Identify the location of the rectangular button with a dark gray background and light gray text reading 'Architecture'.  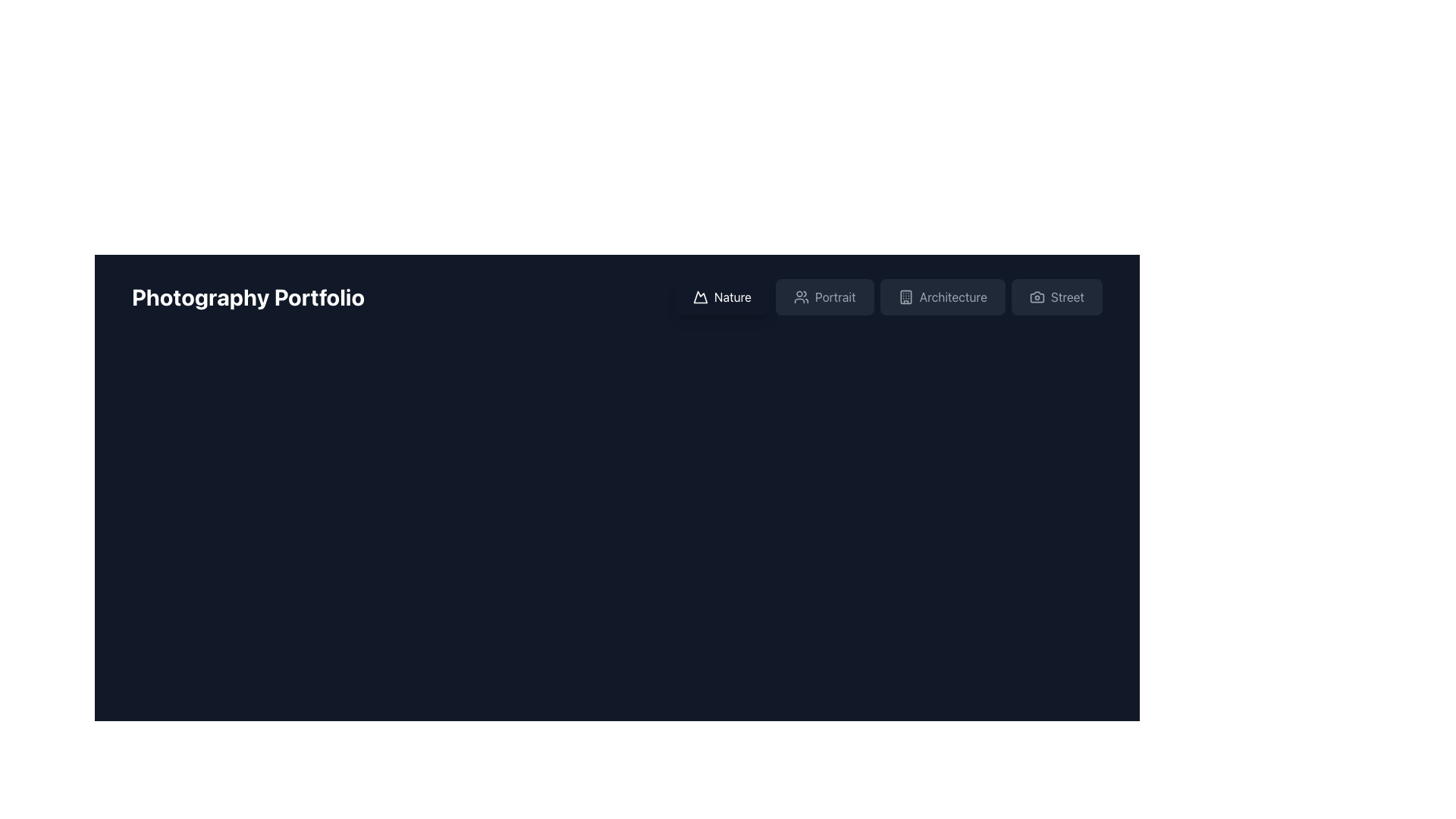
(942, 297).